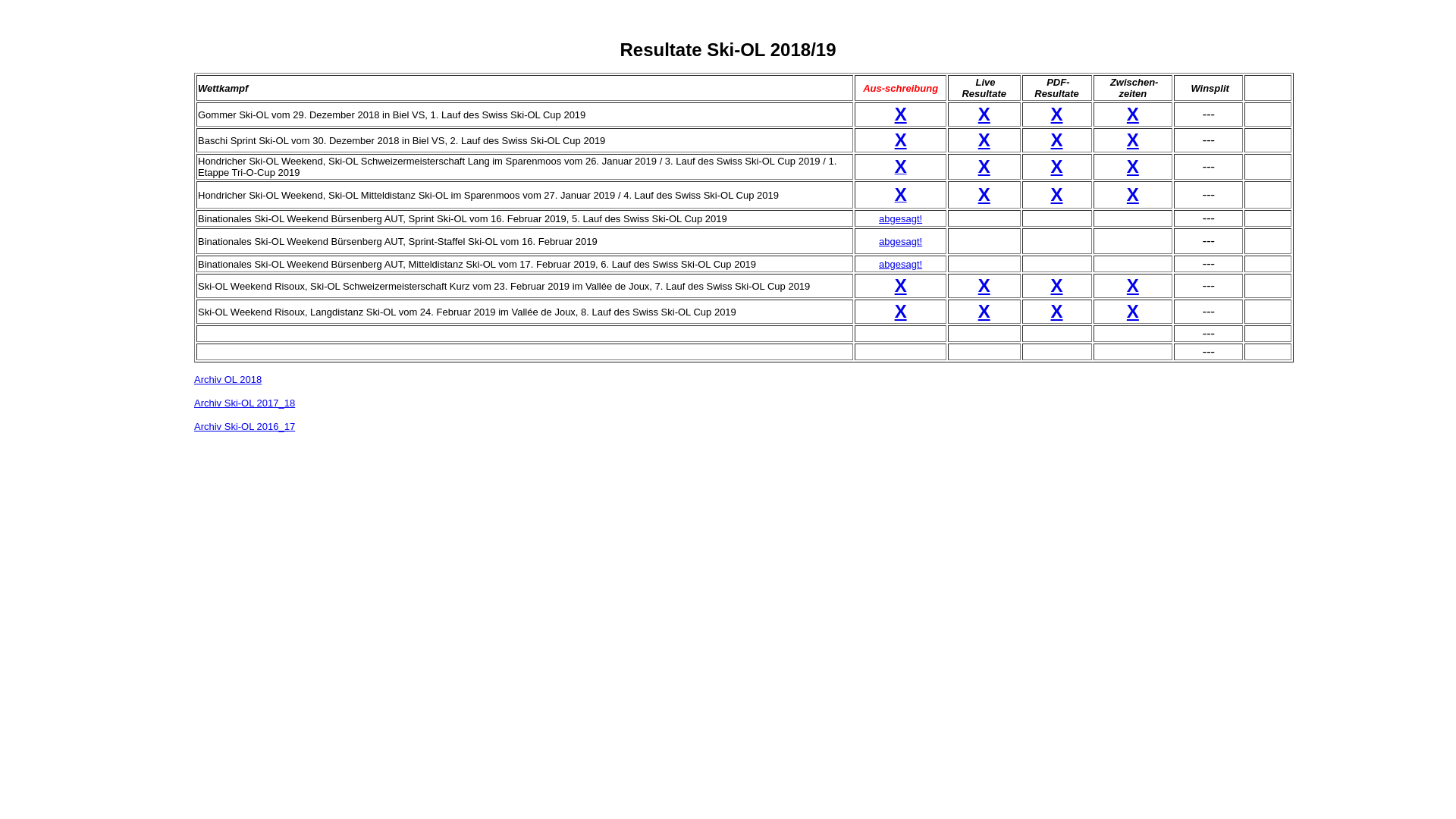 Image resolution: width=1456 pixels, height=819 pixels. I want to click on 'X', so click(895, 140).